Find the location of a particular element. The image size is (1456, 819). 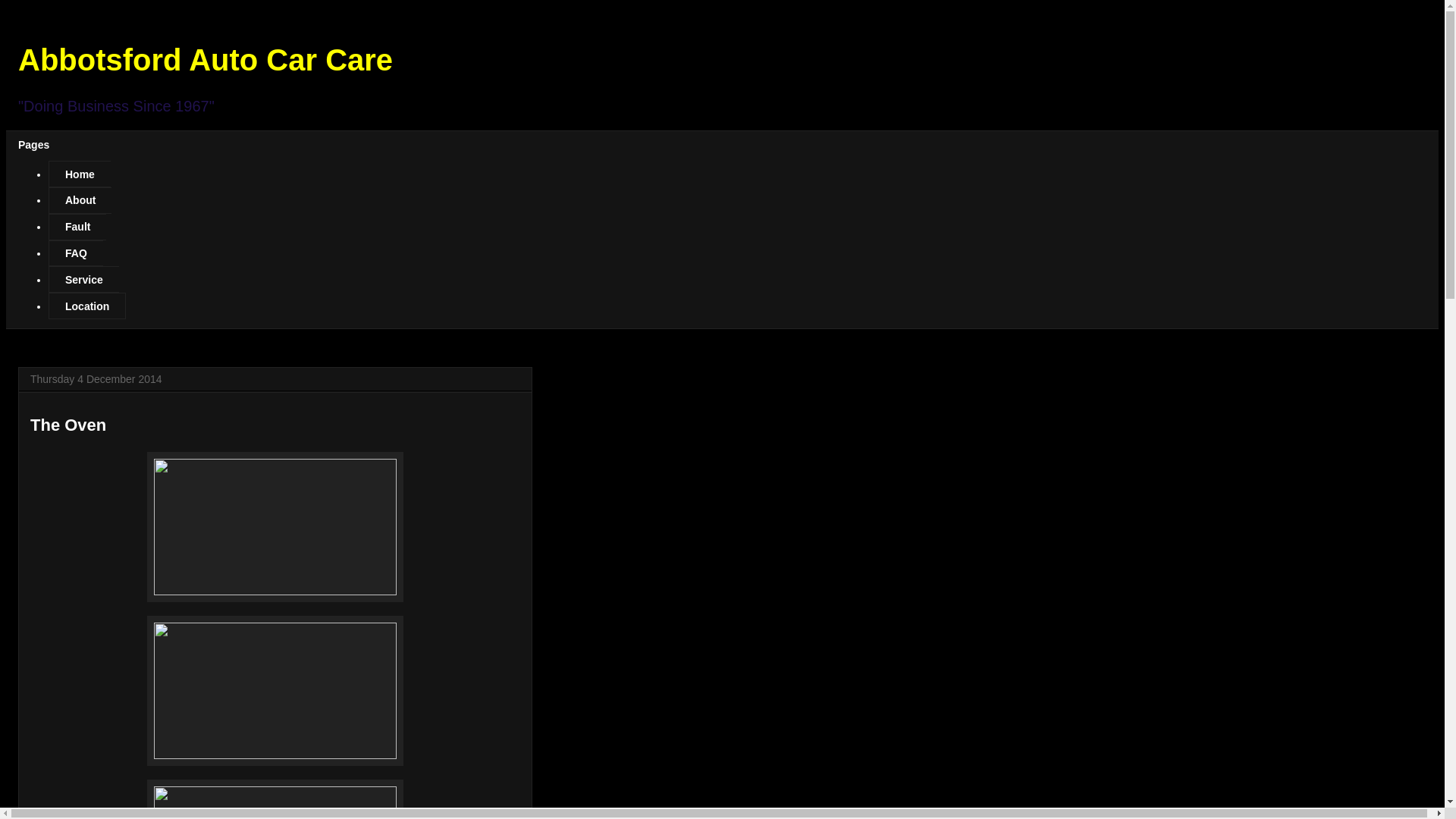

'Home' is located at coordinates (79, 173).